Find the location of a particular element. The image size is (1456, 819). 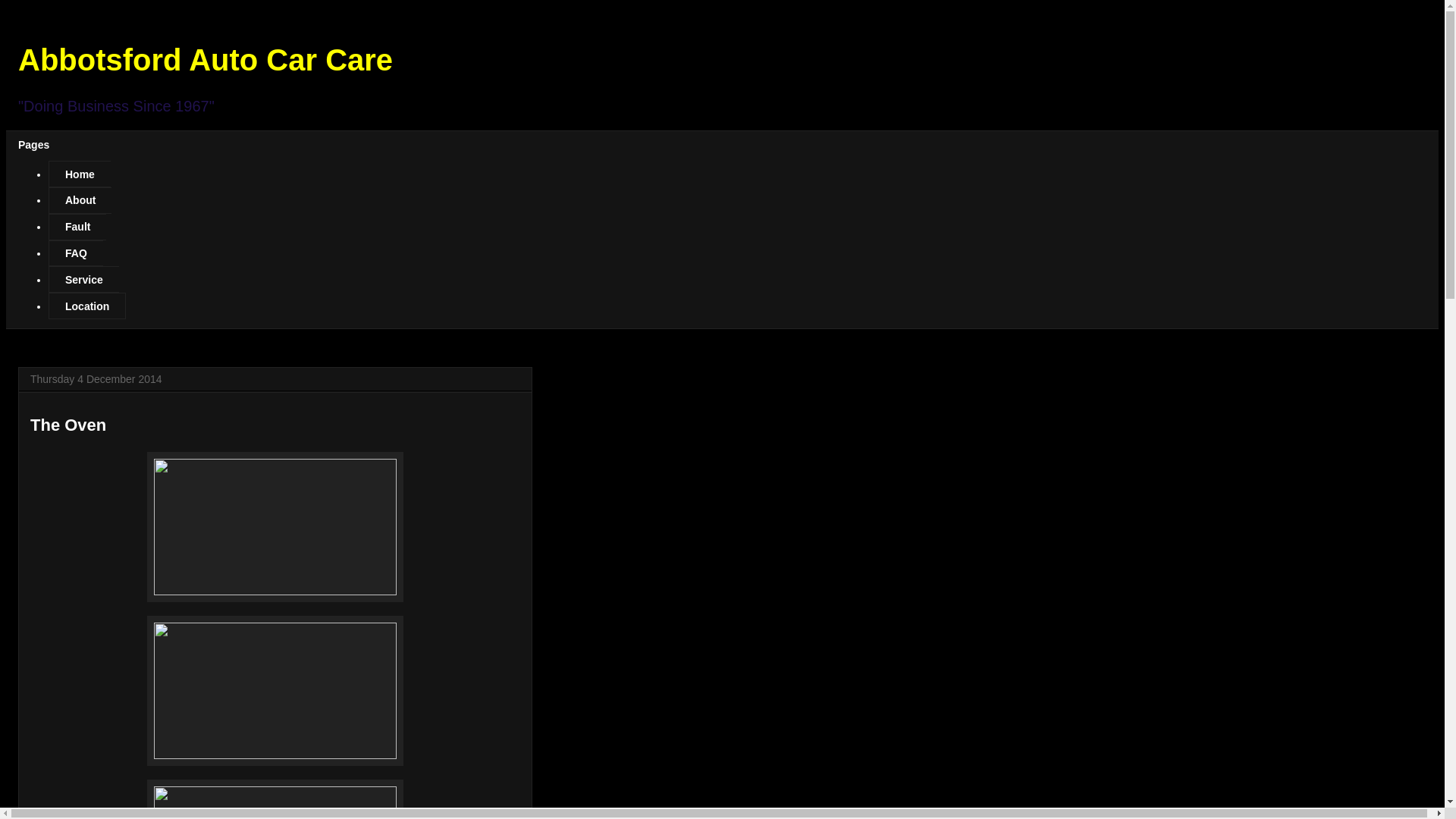

'Home' is located at coordinates (79, 173).